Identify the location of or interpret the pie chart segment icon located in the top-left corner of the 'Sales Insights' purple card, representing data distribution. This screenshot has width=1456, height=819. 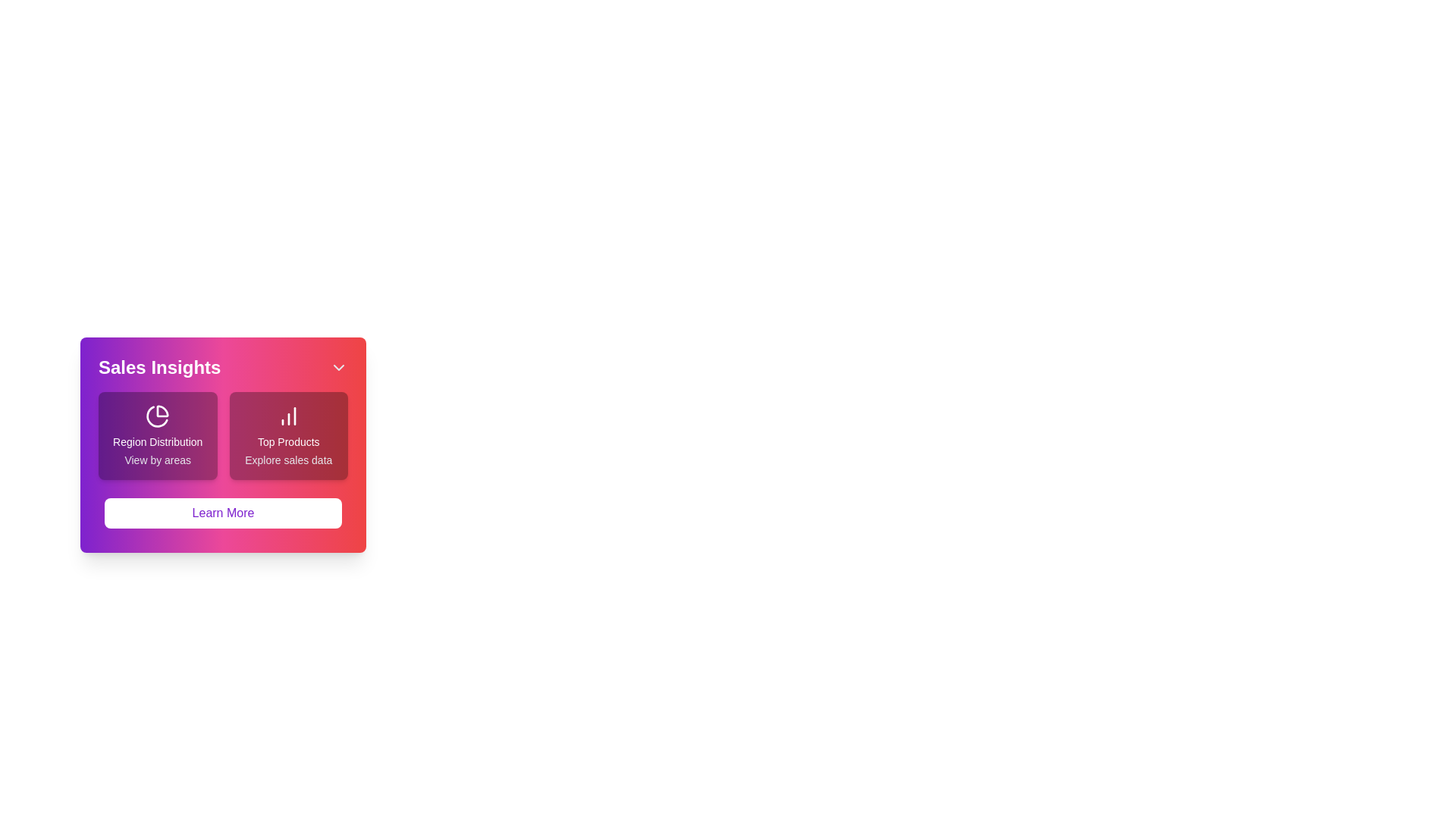
(162, 411).